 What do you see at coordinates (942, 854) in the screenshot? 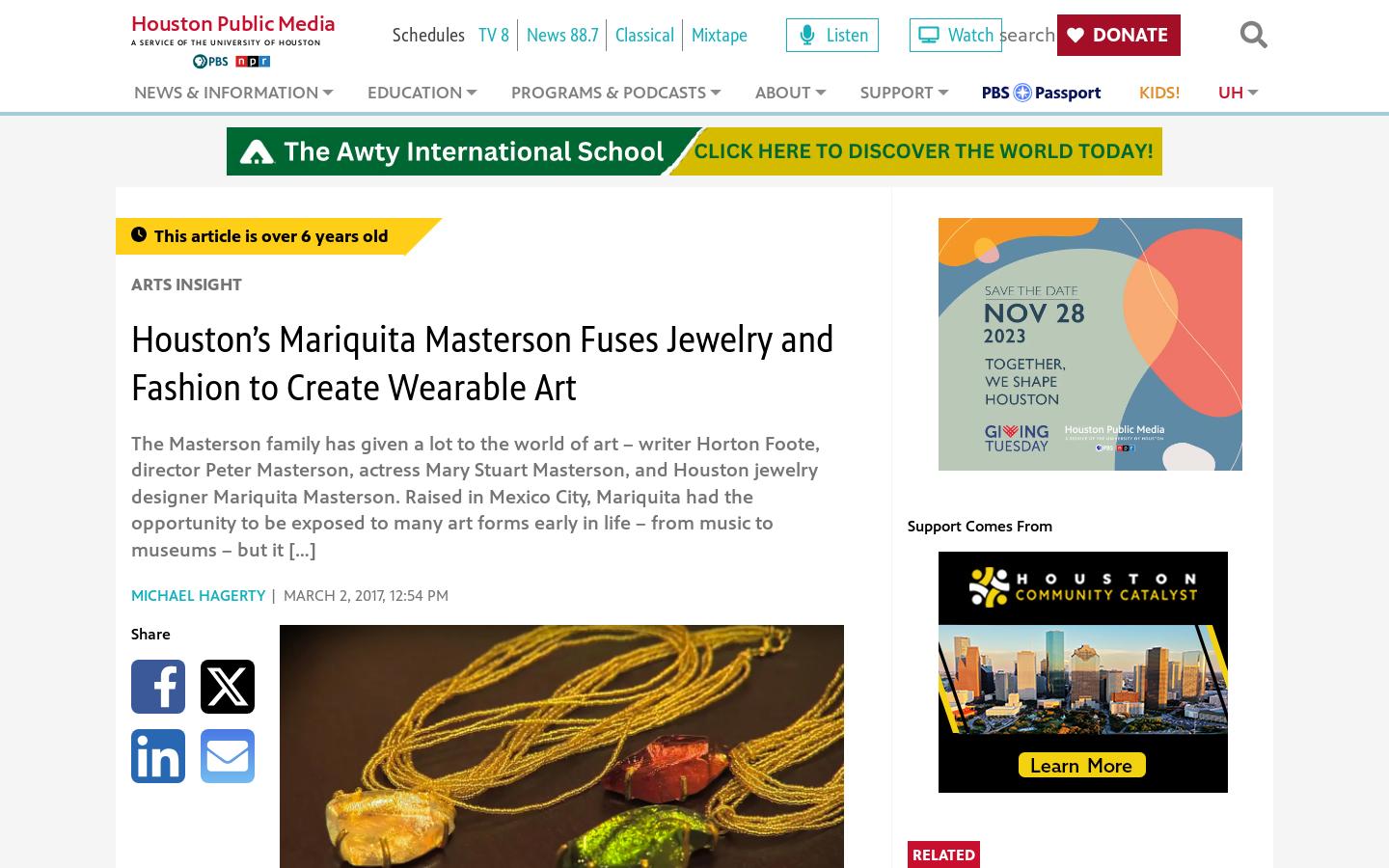
I see `'Related'` at bounding box center [942, 854].